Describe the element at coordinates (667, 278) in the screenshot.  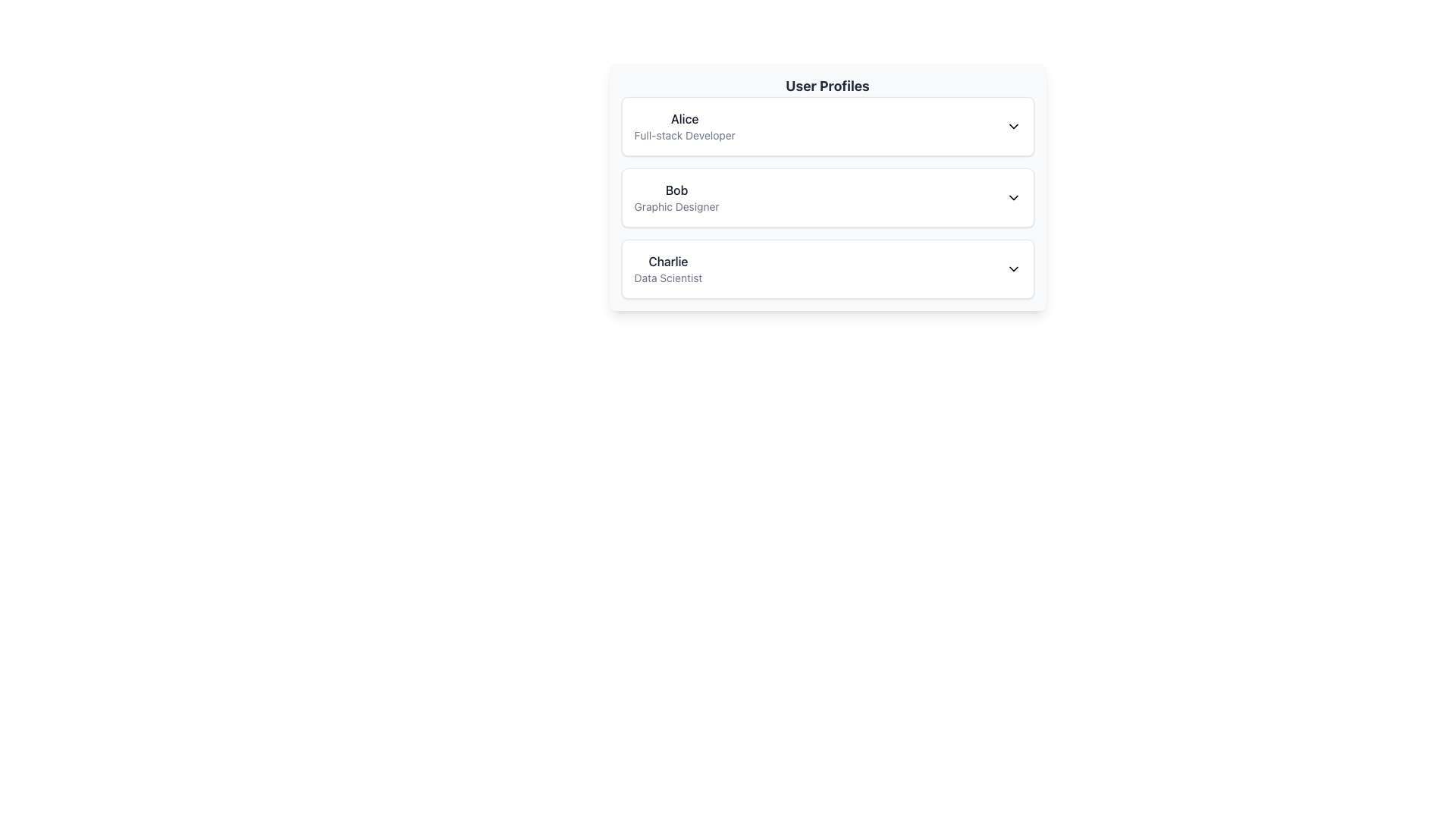
I see `the text label indicating the profession or role associated with 'Charlie', which is located in the third entry under 'User Profiles'` at that location.